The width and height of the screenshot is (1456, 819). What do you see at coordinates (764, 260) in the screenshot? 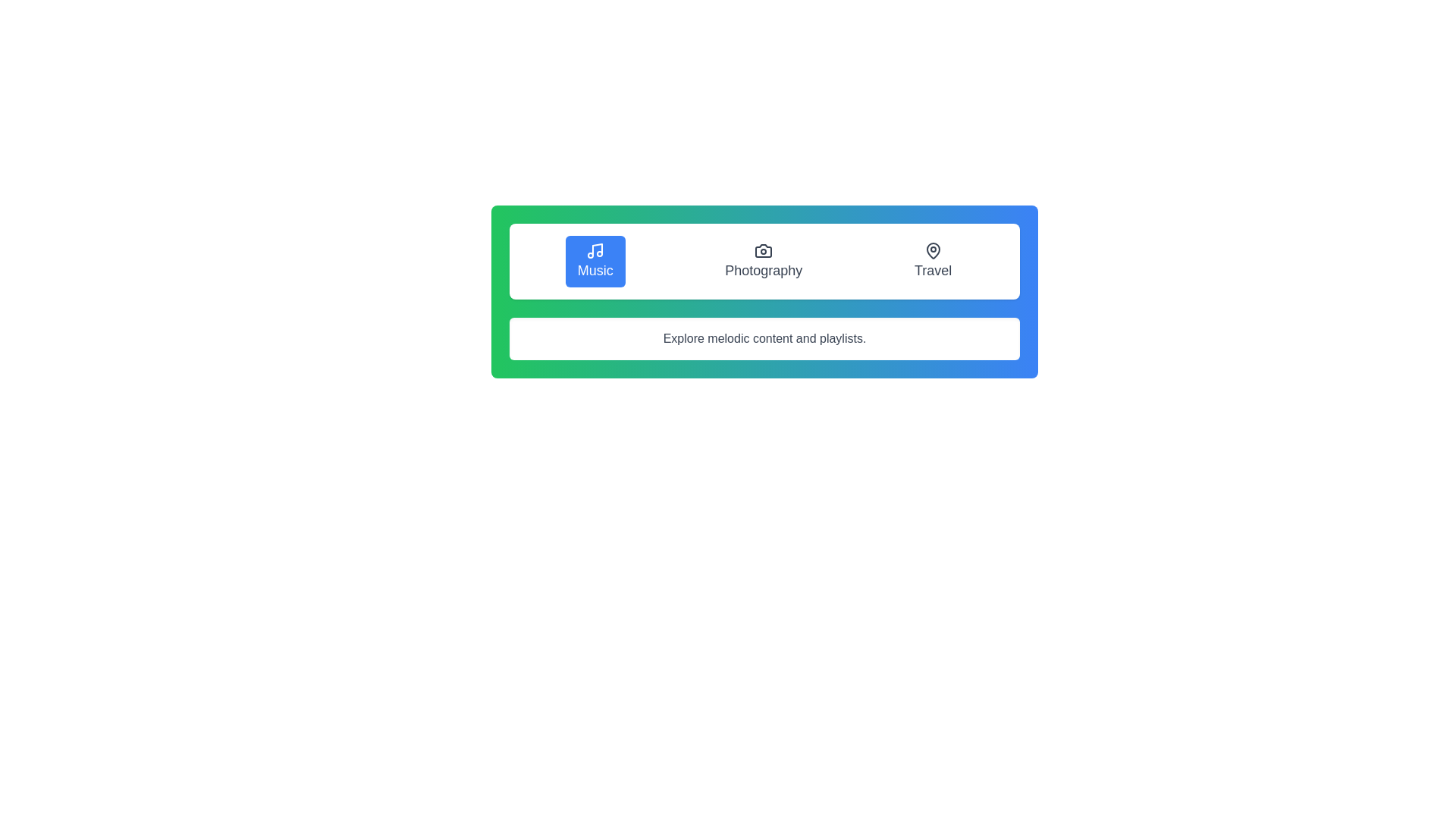
I see `the tab labeled Photography to observe its hover effect` at bounding box center [764, 260].